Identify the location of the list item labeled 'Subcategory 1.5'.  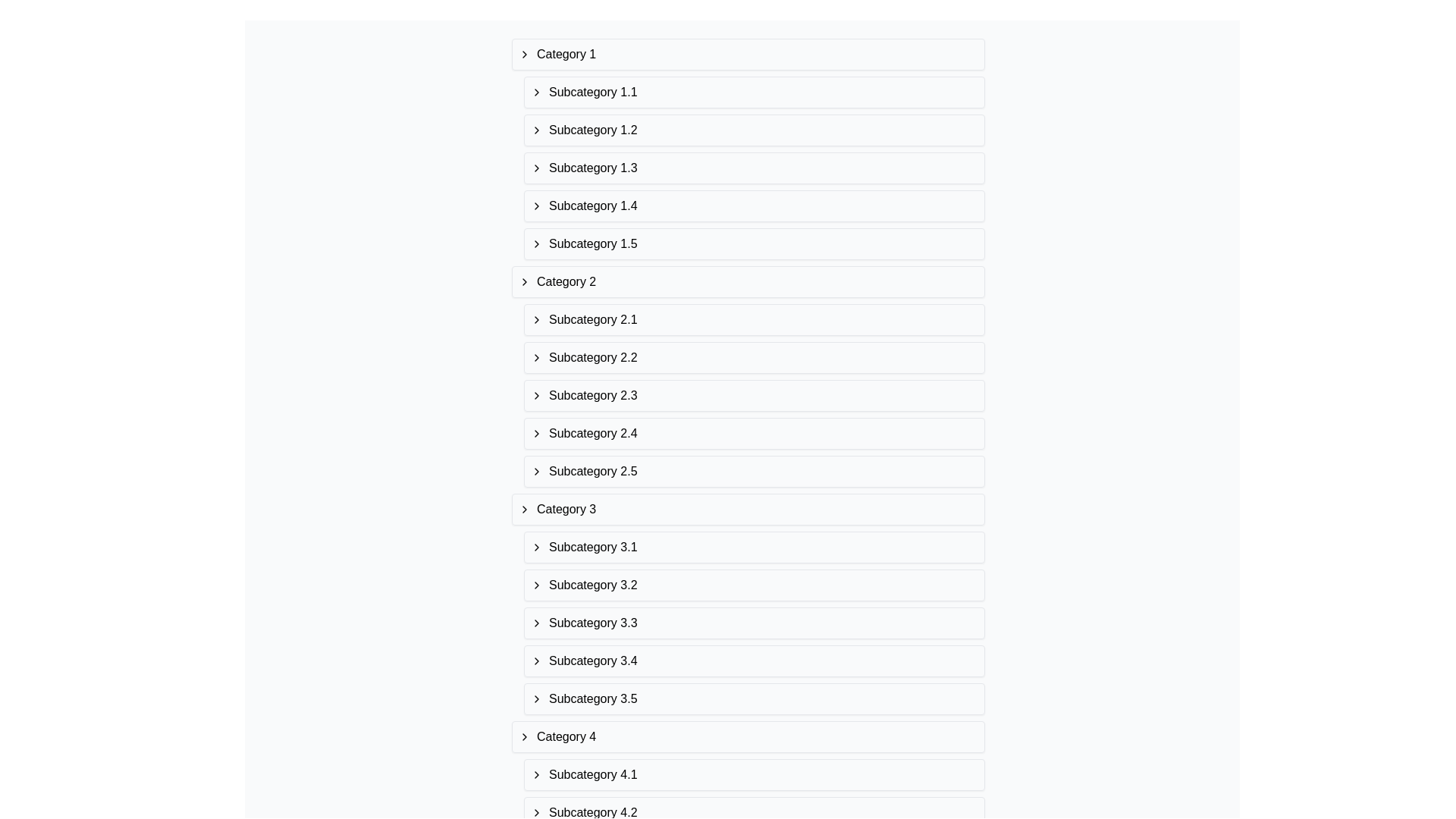
(754, 243).